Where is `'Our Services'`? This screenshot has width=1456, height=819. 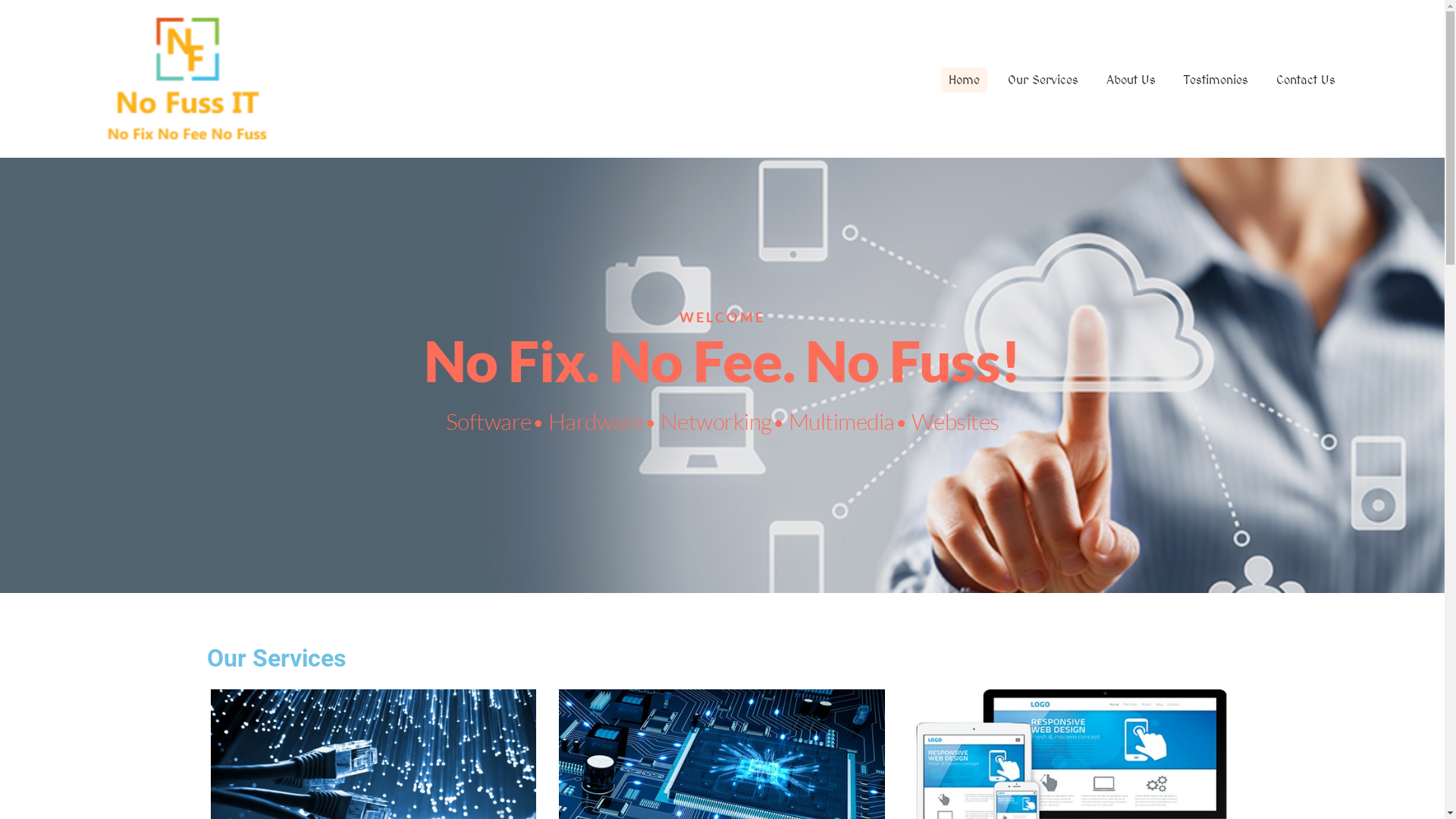 'Our Services' is located at coordinates (1042, 80).